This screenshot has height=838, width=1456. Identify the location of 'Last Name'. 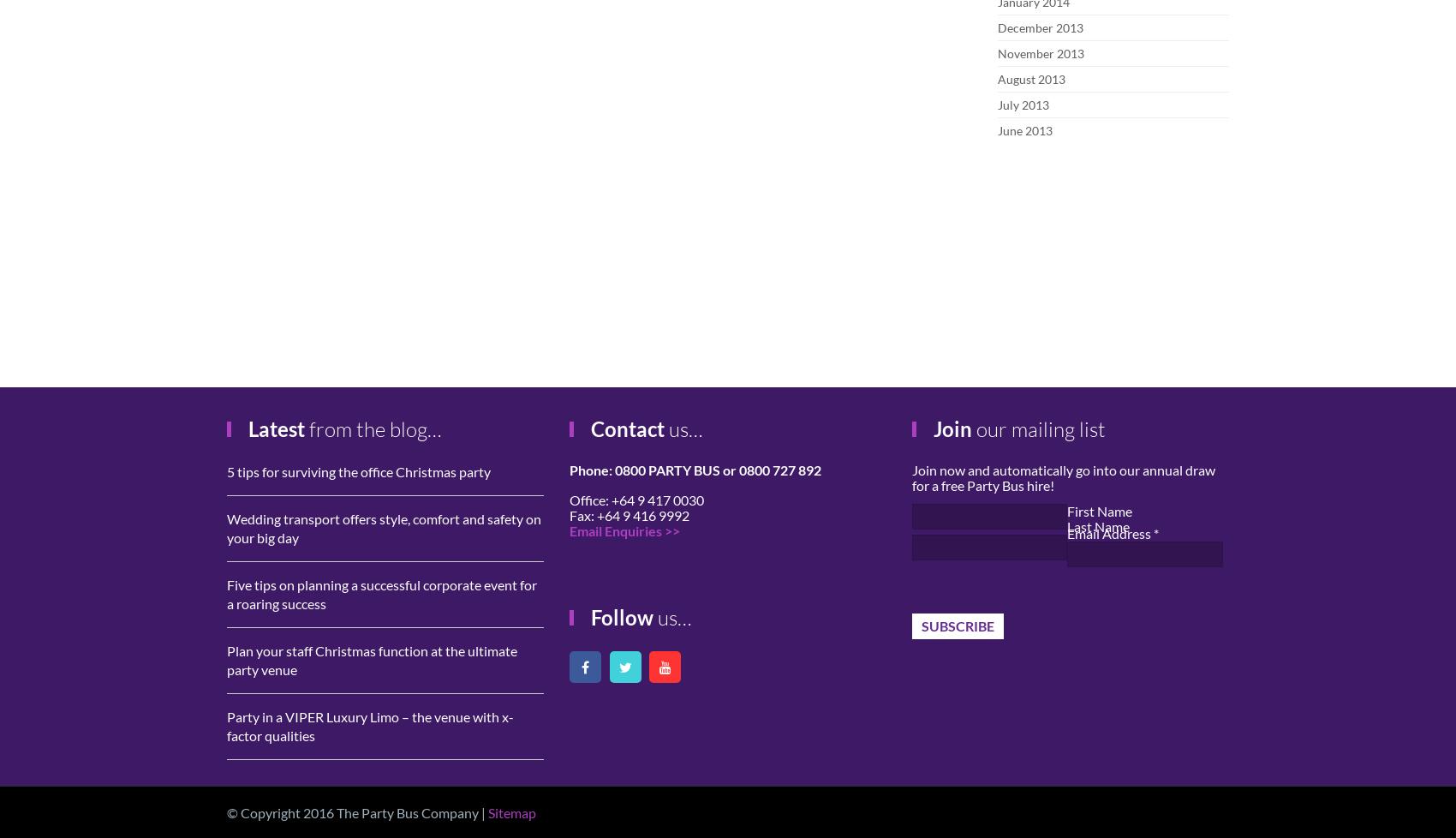
(1098, 526).